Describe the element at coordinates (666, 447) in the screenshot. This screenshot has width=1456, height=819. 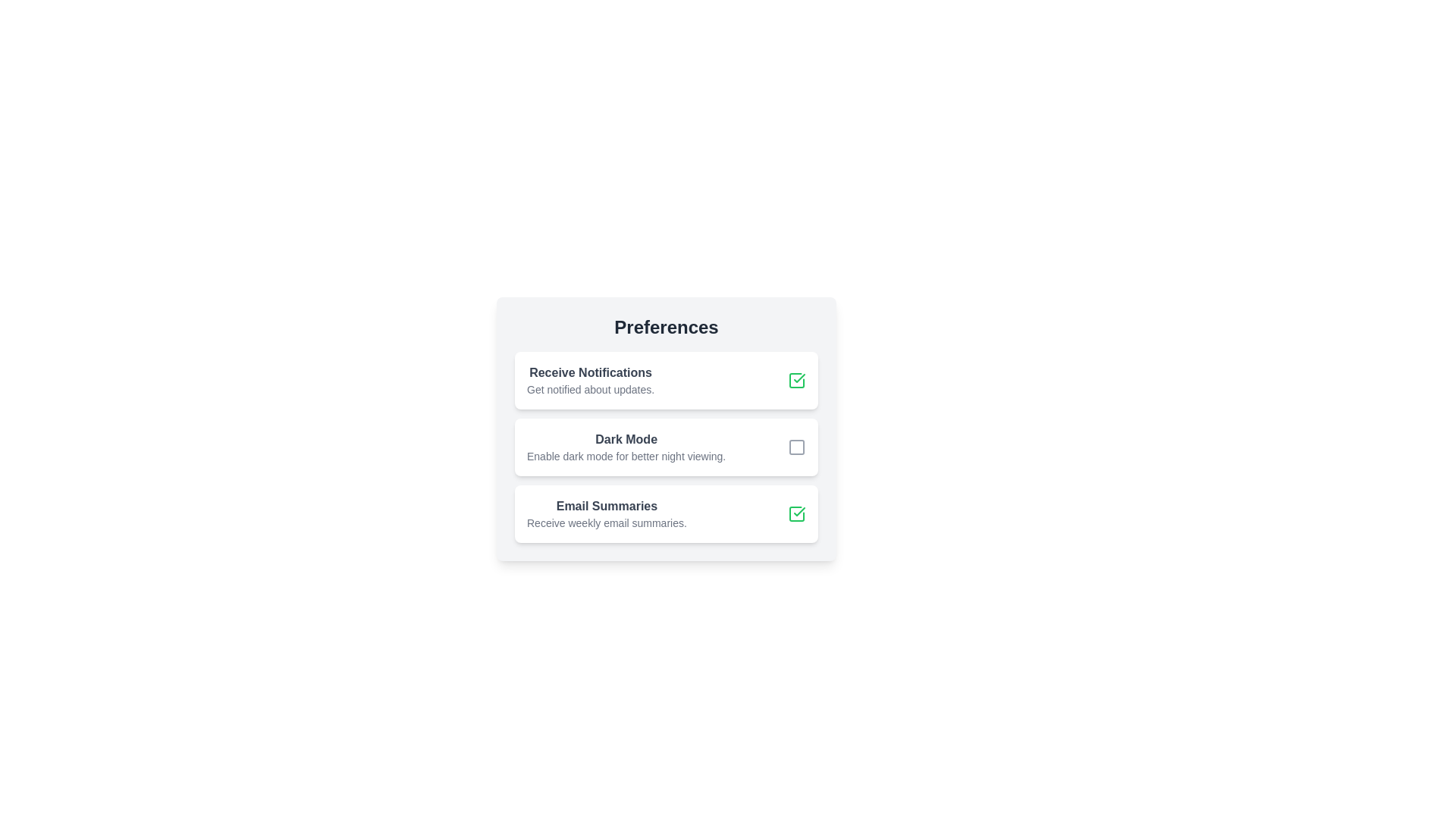
I see `the 'Dark Mode' toggleable option with a checkbox` at that location.